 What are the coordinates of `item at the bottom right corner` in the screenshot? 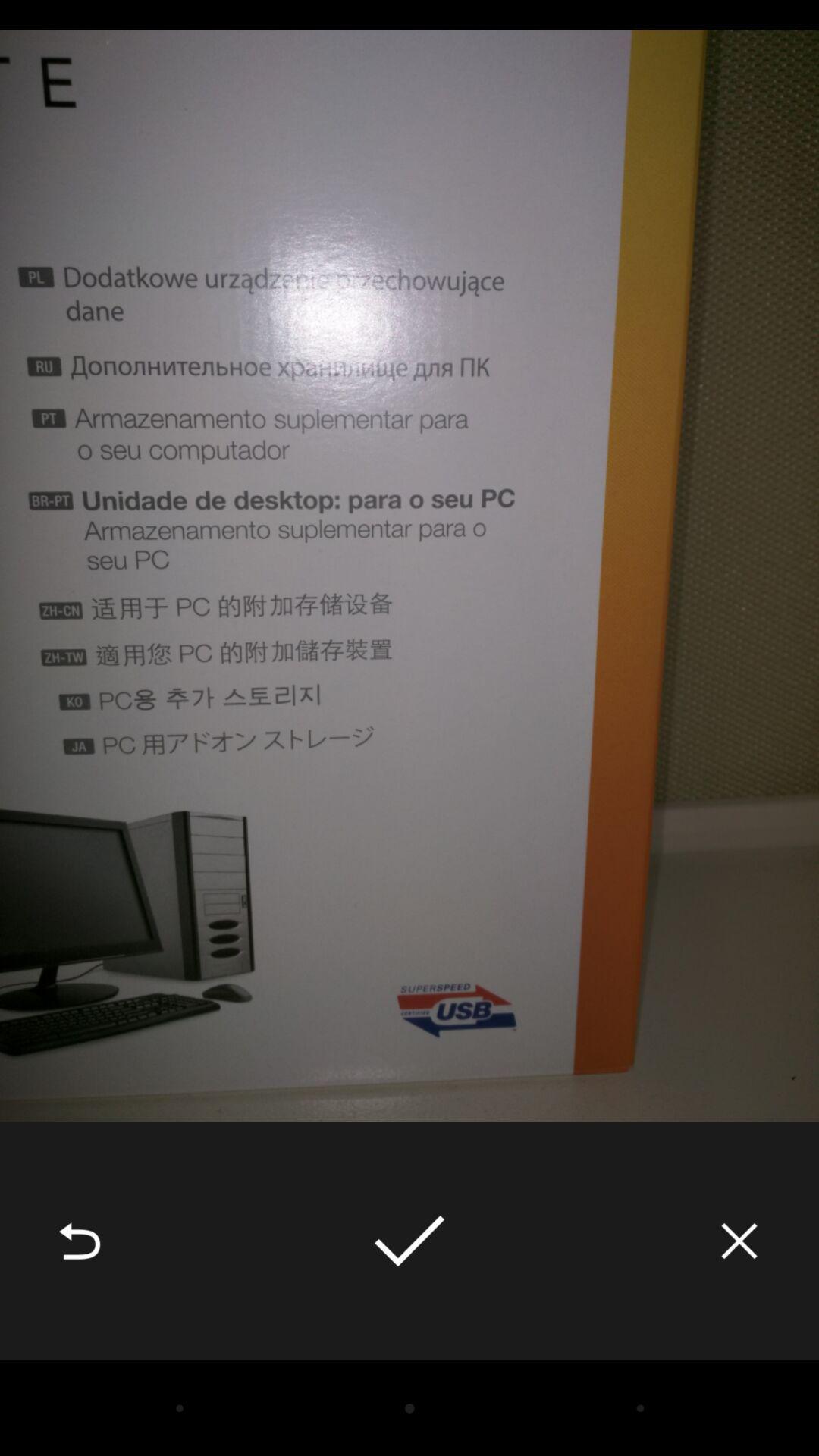 It's located at (739, 1241).